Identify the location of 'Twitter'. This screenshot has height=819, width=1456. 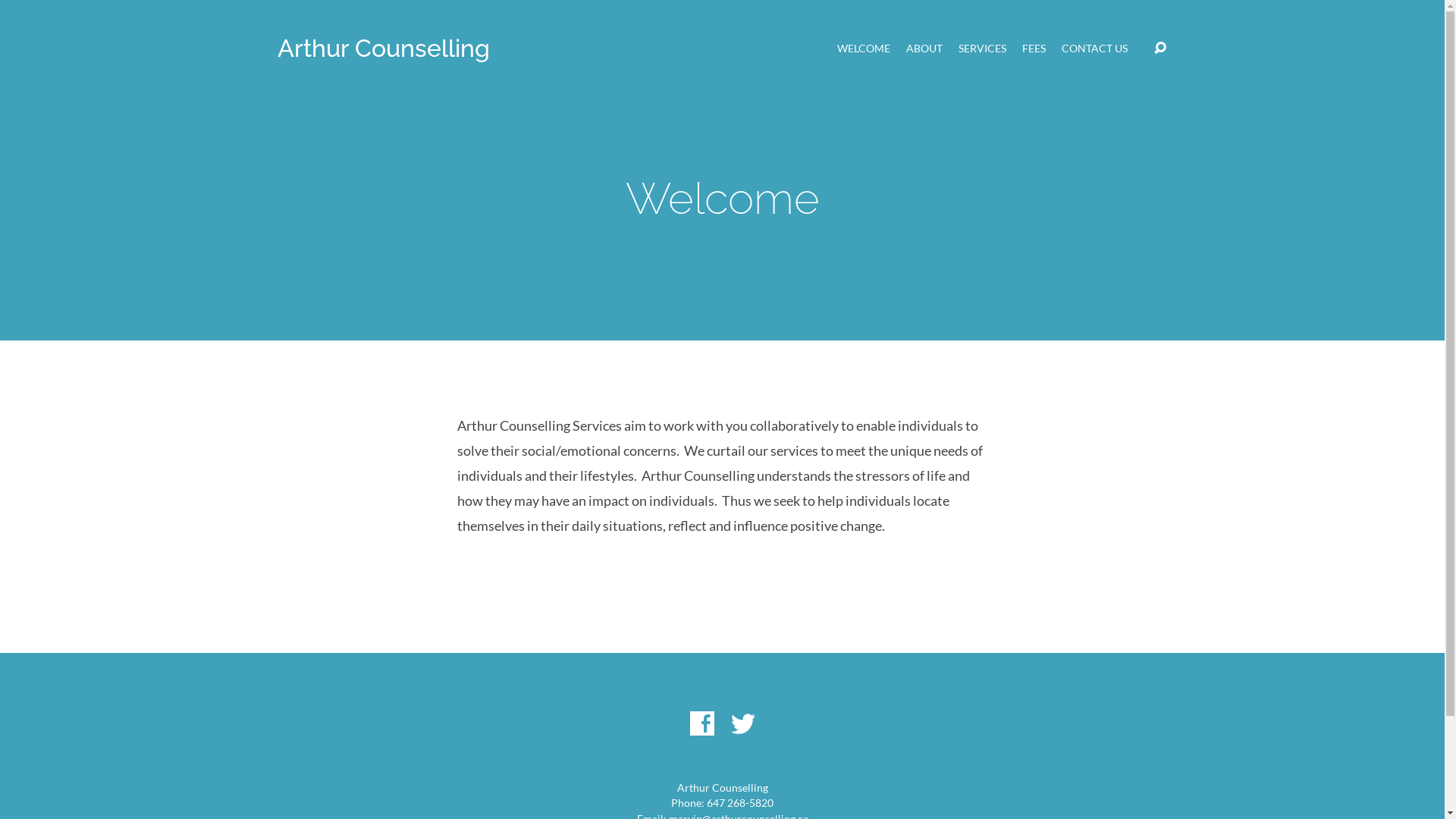
(742, 722).